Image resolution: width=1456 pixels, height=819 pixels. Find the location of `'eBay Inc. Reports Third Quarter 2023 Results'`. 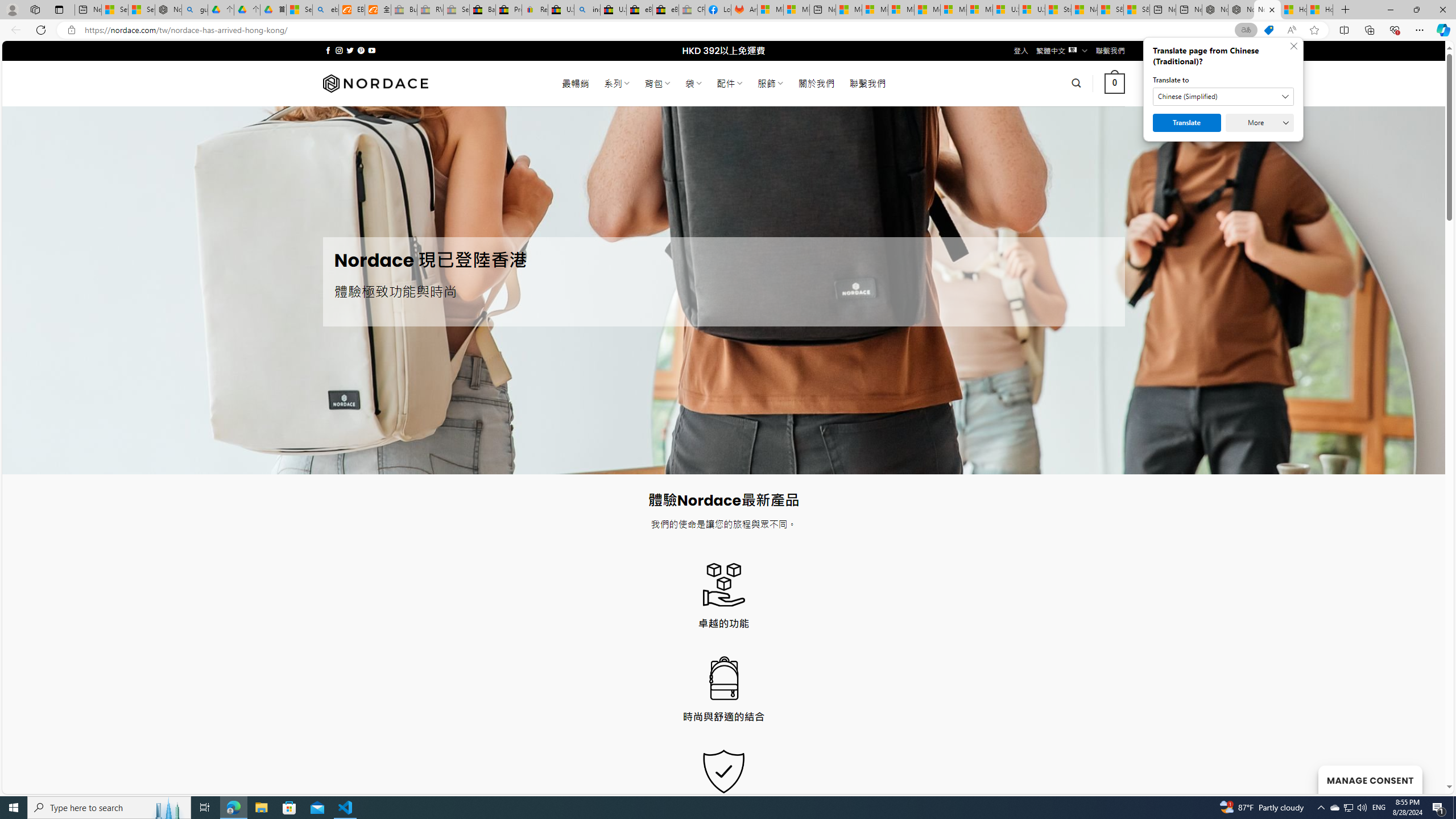

'eBay Inc. Reports Third Quarter 2023 Results' is located at coordinates (665, 9).